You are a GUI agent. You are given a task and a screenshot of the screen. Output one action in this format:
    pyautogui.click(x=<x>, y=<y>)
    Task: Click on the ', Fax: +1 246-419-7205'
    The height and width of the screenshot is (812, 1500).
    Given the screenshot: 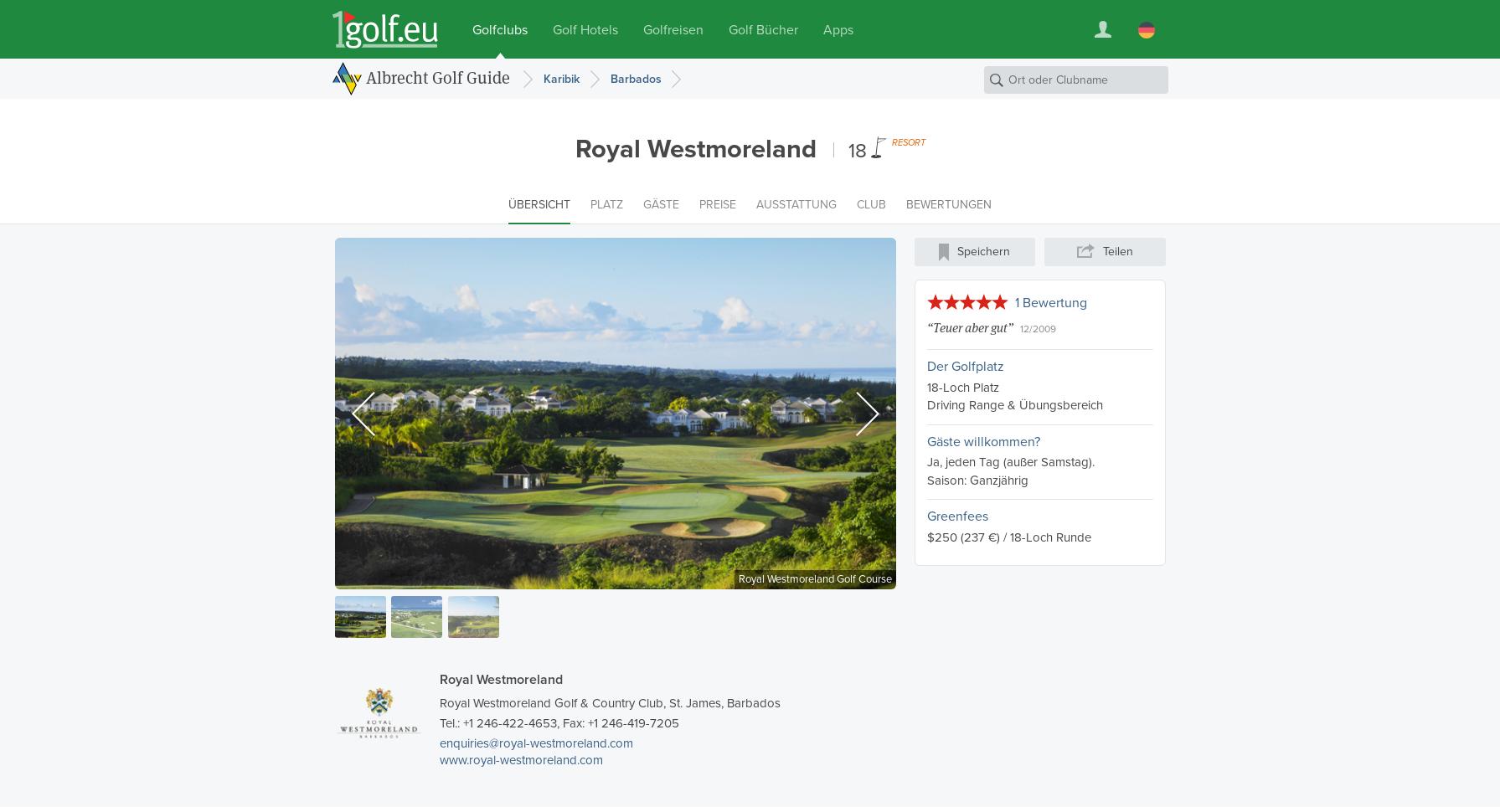 What is the action you would take?
    pyautogui.click(x=616, y=722)
    